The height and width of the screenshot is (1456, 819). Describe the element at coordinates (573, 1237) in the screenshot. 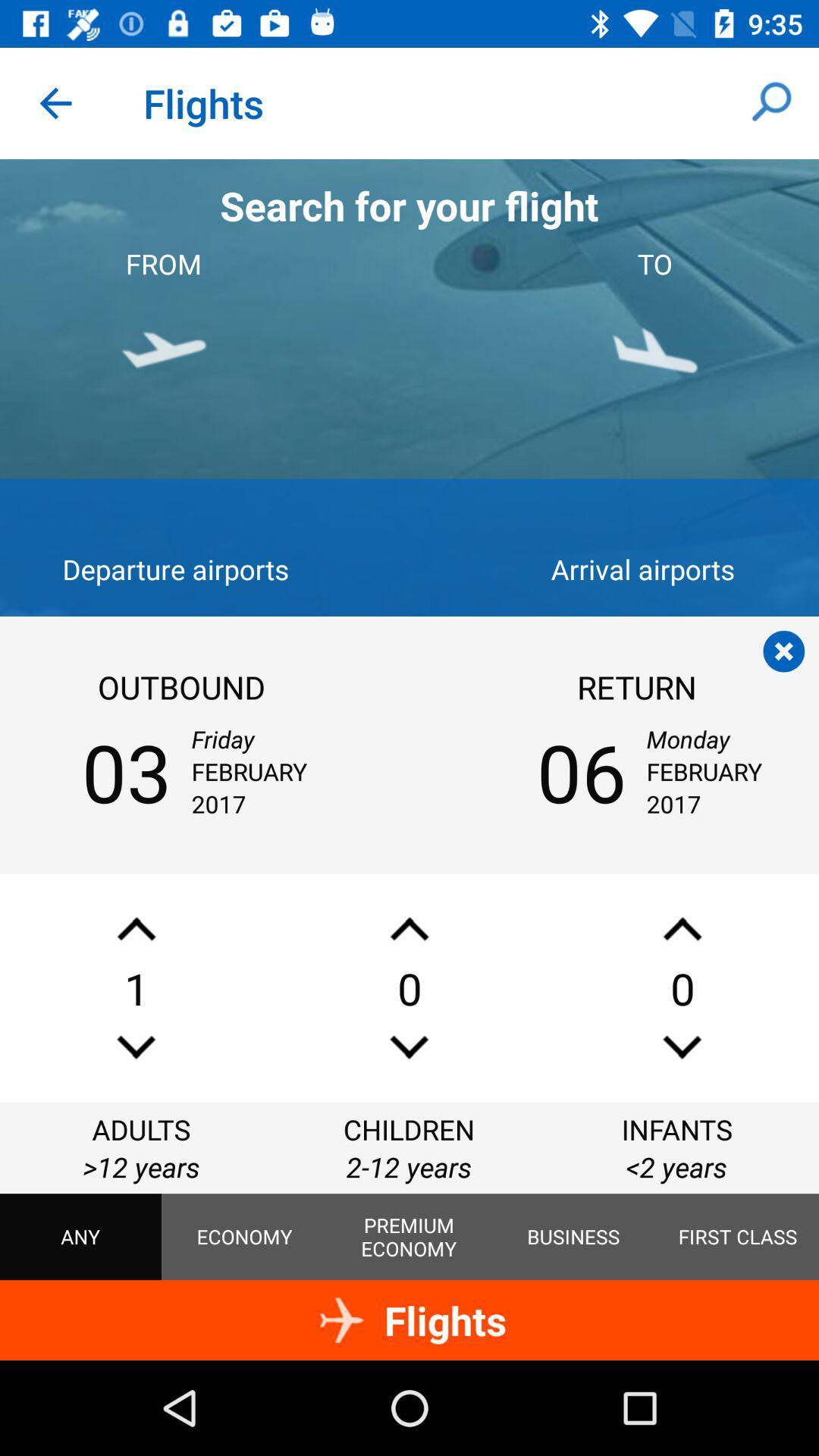

I see `the button which is in between premium economy and first class` at that location.